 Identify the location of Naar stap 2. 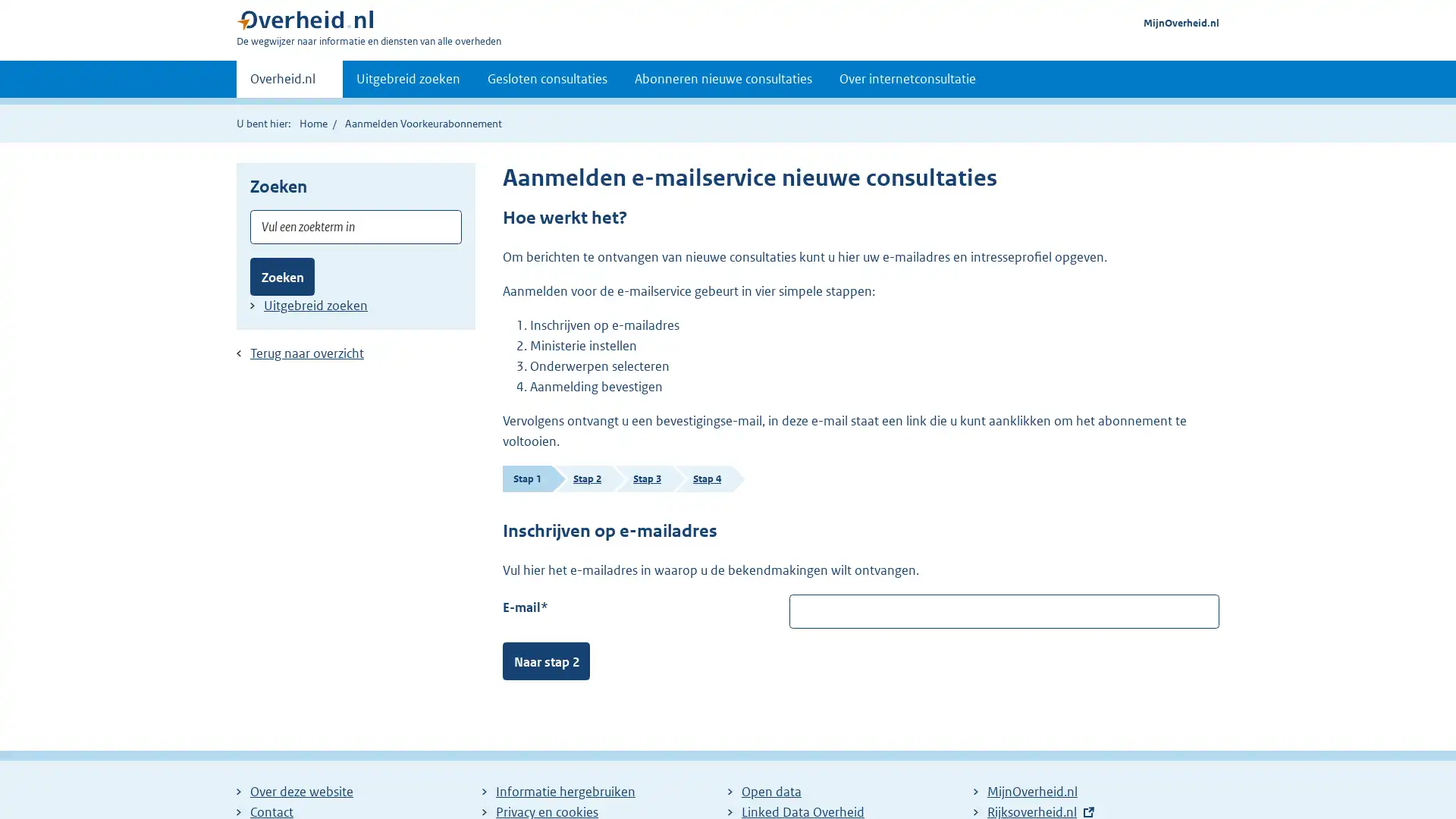
(546, 660).